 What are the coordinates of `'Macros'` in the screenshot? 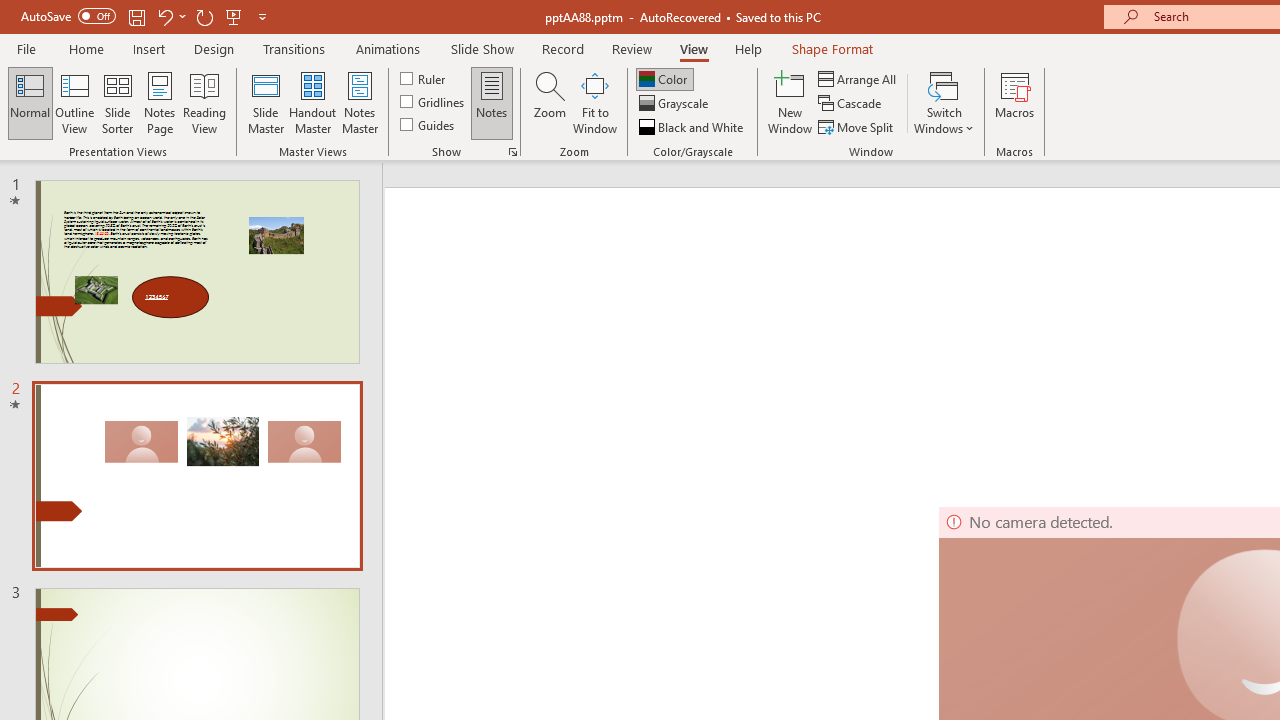 It's located at (1015, 103).